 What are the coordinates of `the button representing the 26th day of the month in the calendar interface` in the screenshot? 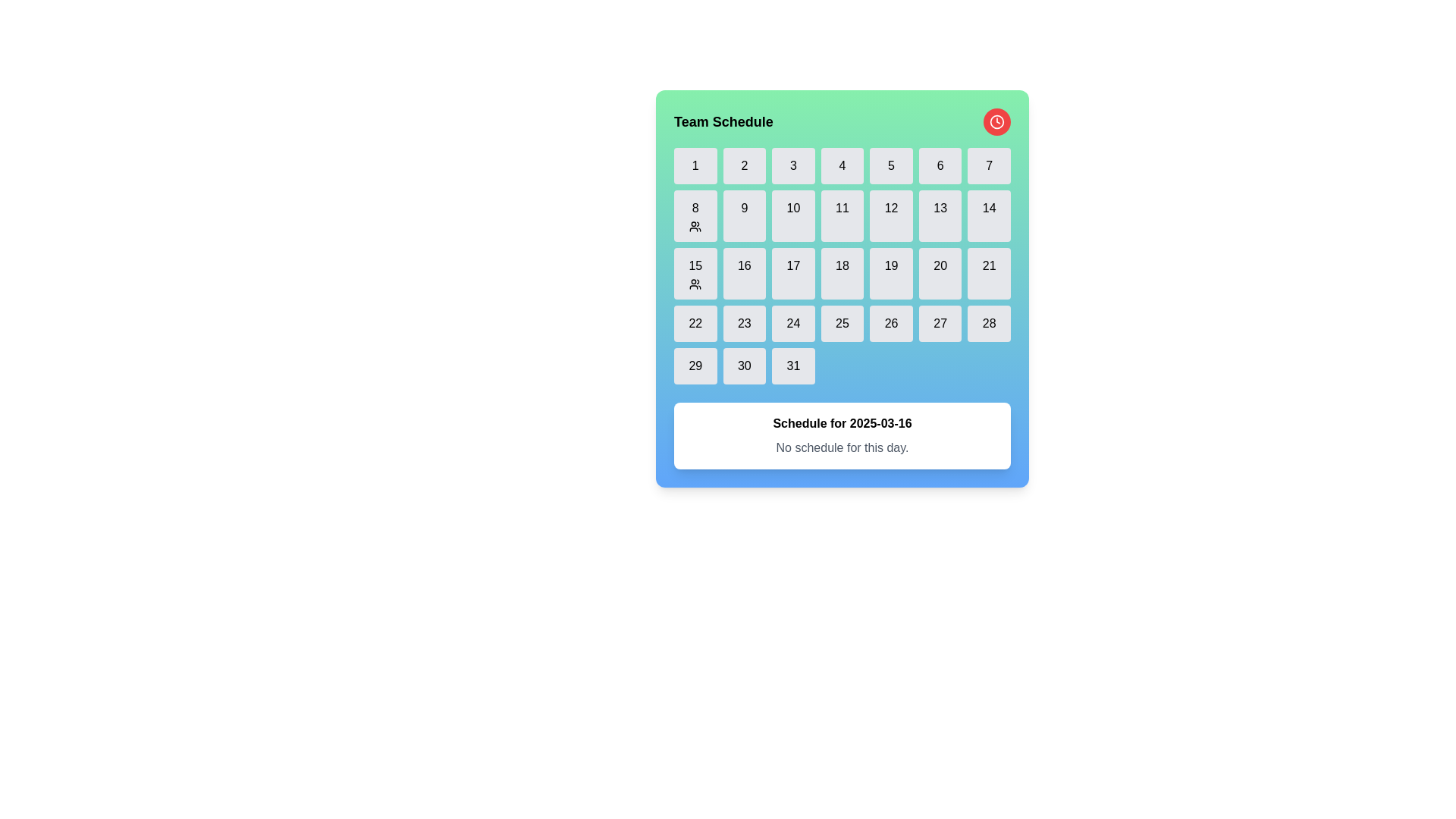 It's located at (891, 323).